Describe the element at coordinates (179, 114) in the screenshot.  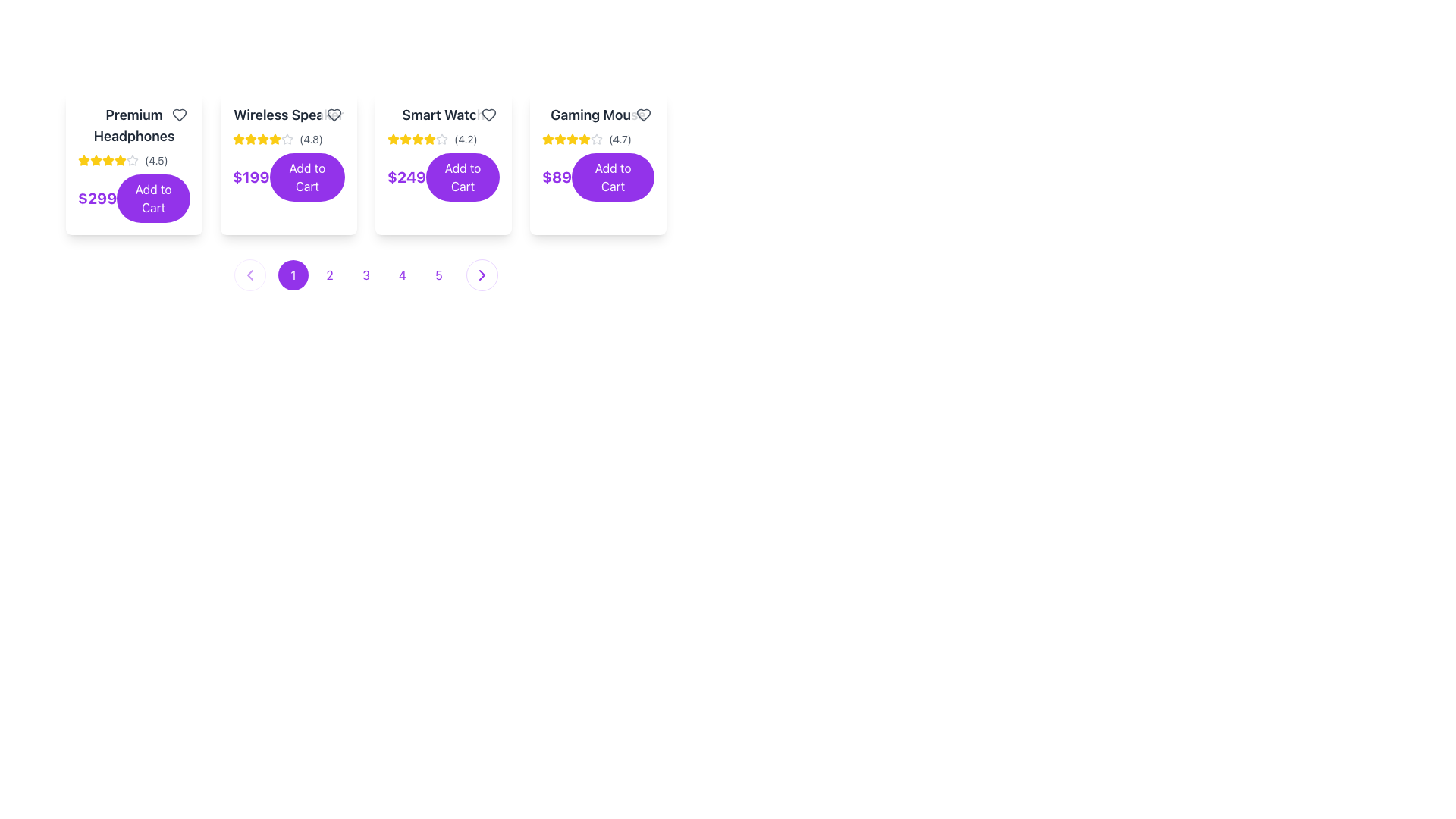
I see `the Favorite or Like toggle button represented by a heart icon located in the top-right corner of the first card for the 'Premium Headphones' product` at that location.